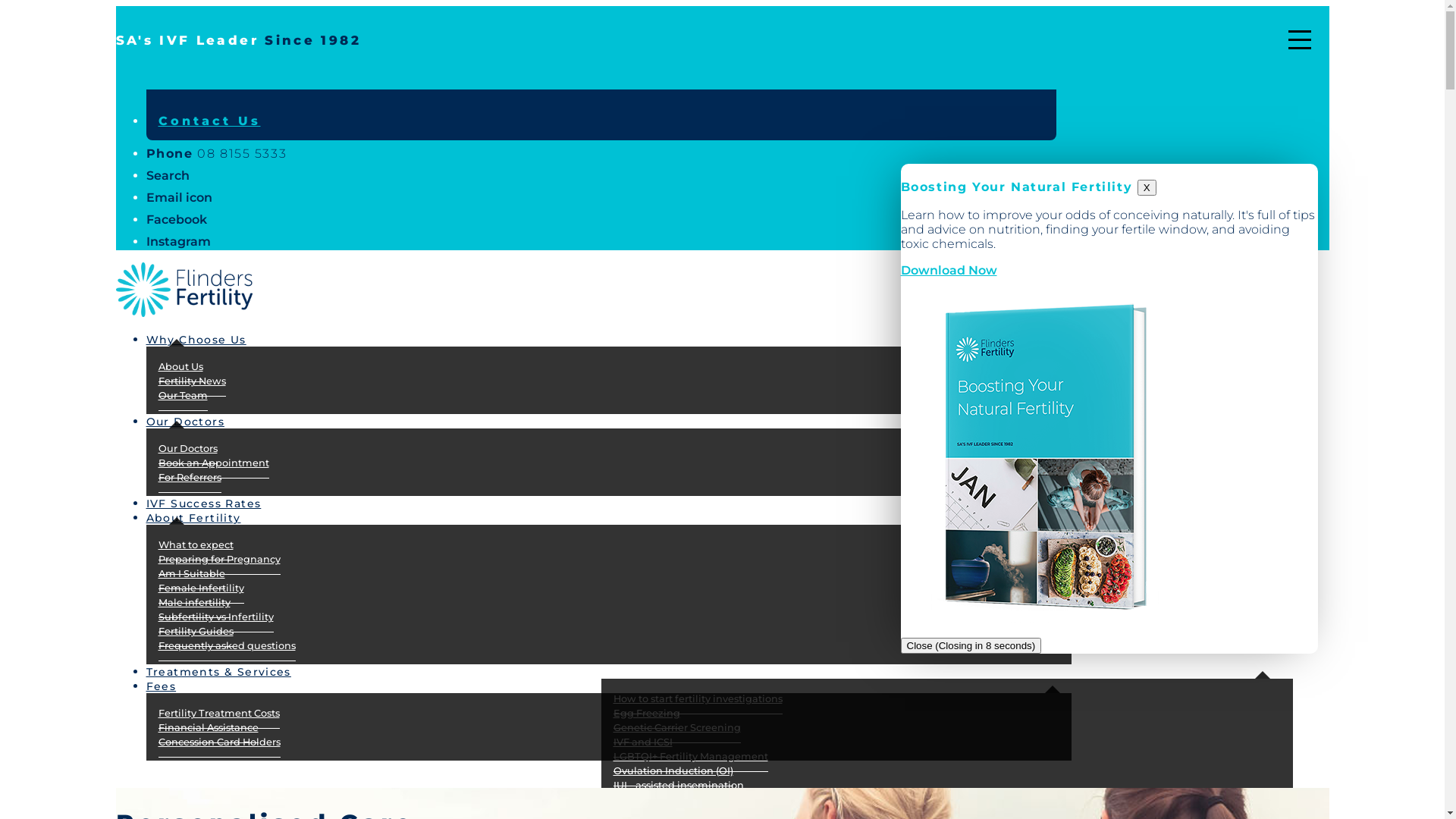 Image resolution: width=1456 pixels, height=819 pixels. Describe the element at coordinates (901, 269) in the screenshot. I see `'Download Now'` at that location.